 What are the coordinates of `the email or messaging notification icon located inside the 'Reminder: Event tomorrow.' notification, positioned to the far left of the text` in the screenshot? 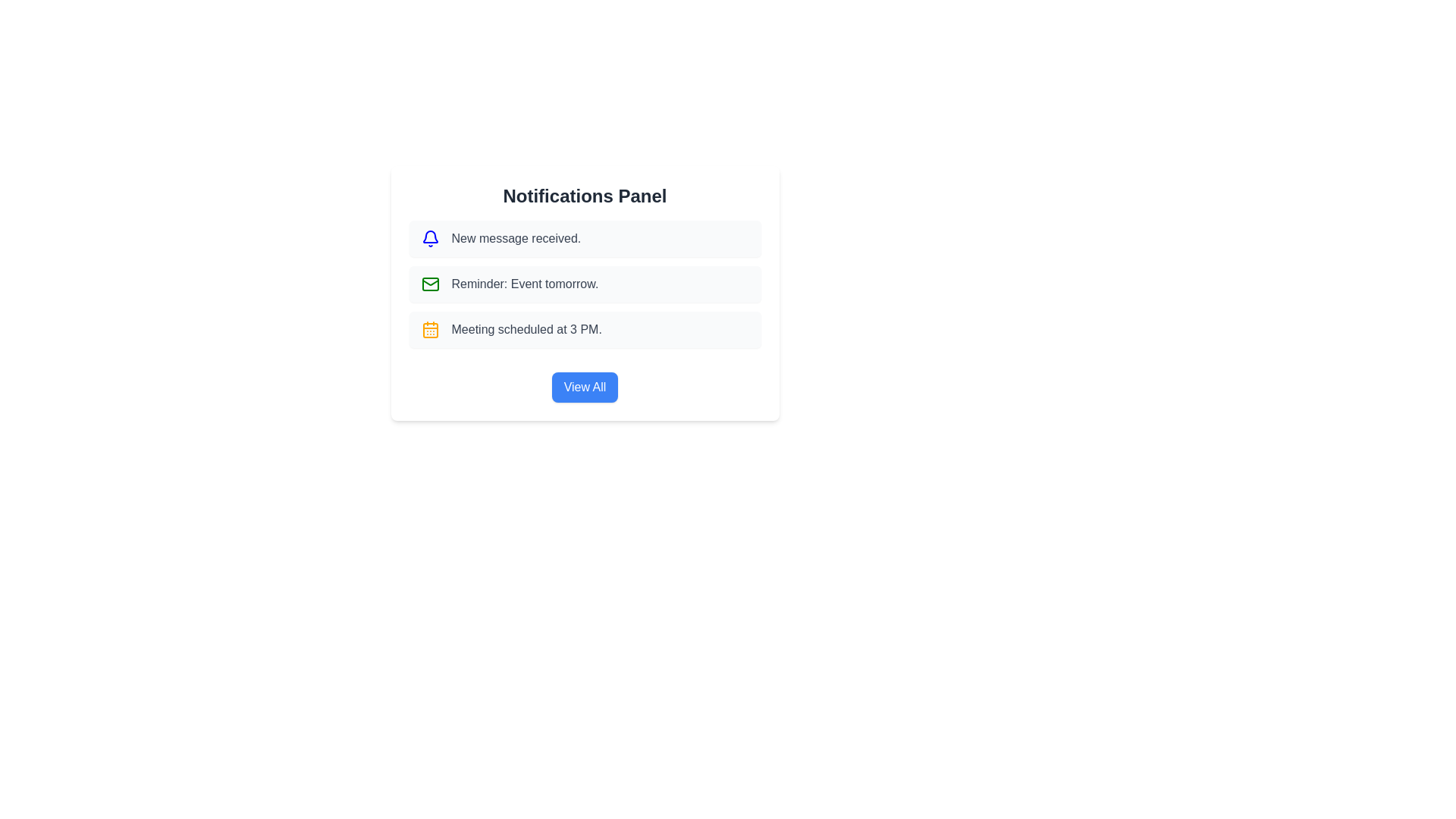 It's located at (429, 284).